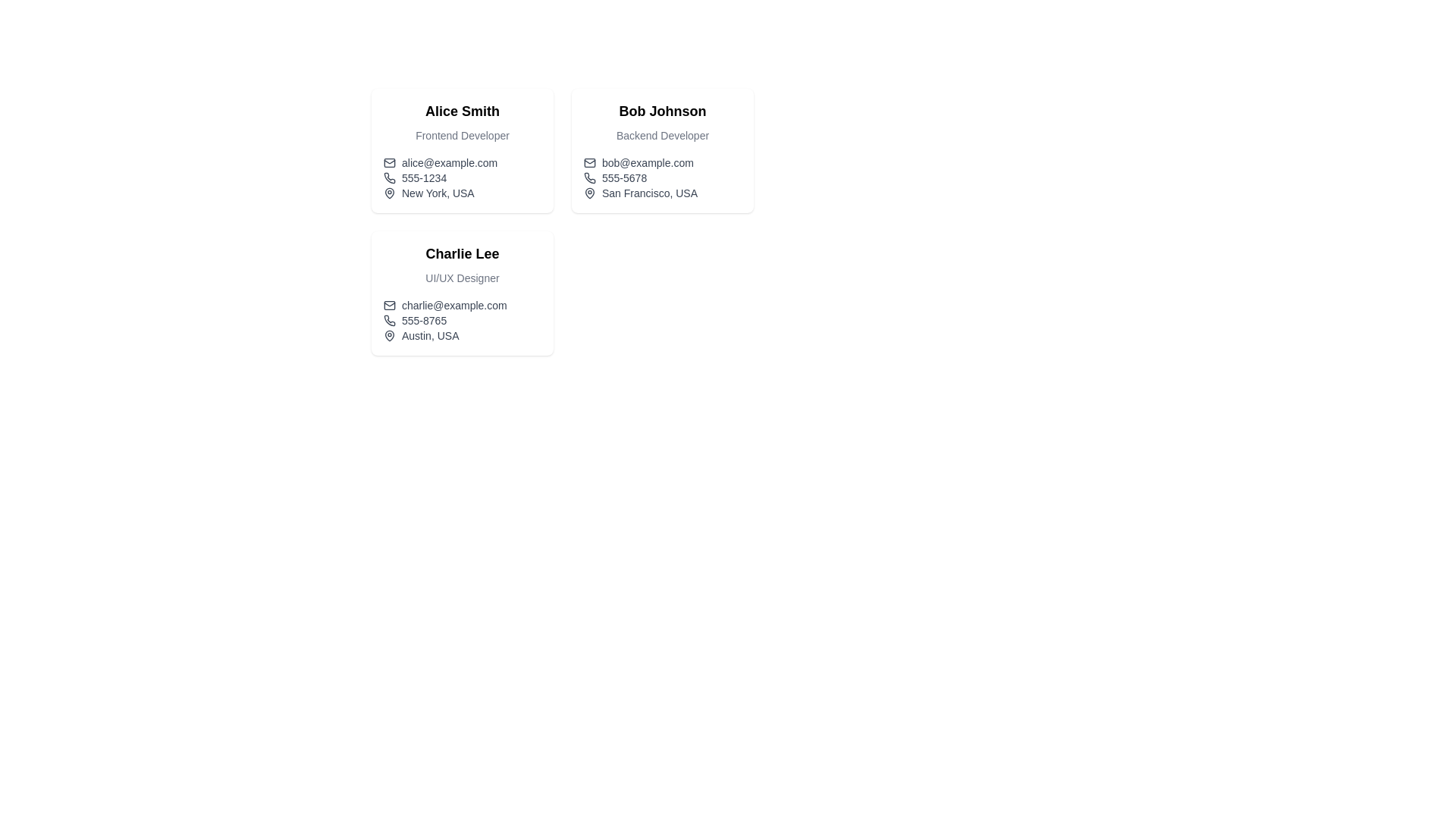 This screenshot has width=1456, height=819. Describe the element at coordinates (588, 163) in the screenshot. I see `the email SVG icon representing Bob Johnson's contact information located in the upper-right section of the layout, to the left of 'bob@example.com'` at that location.